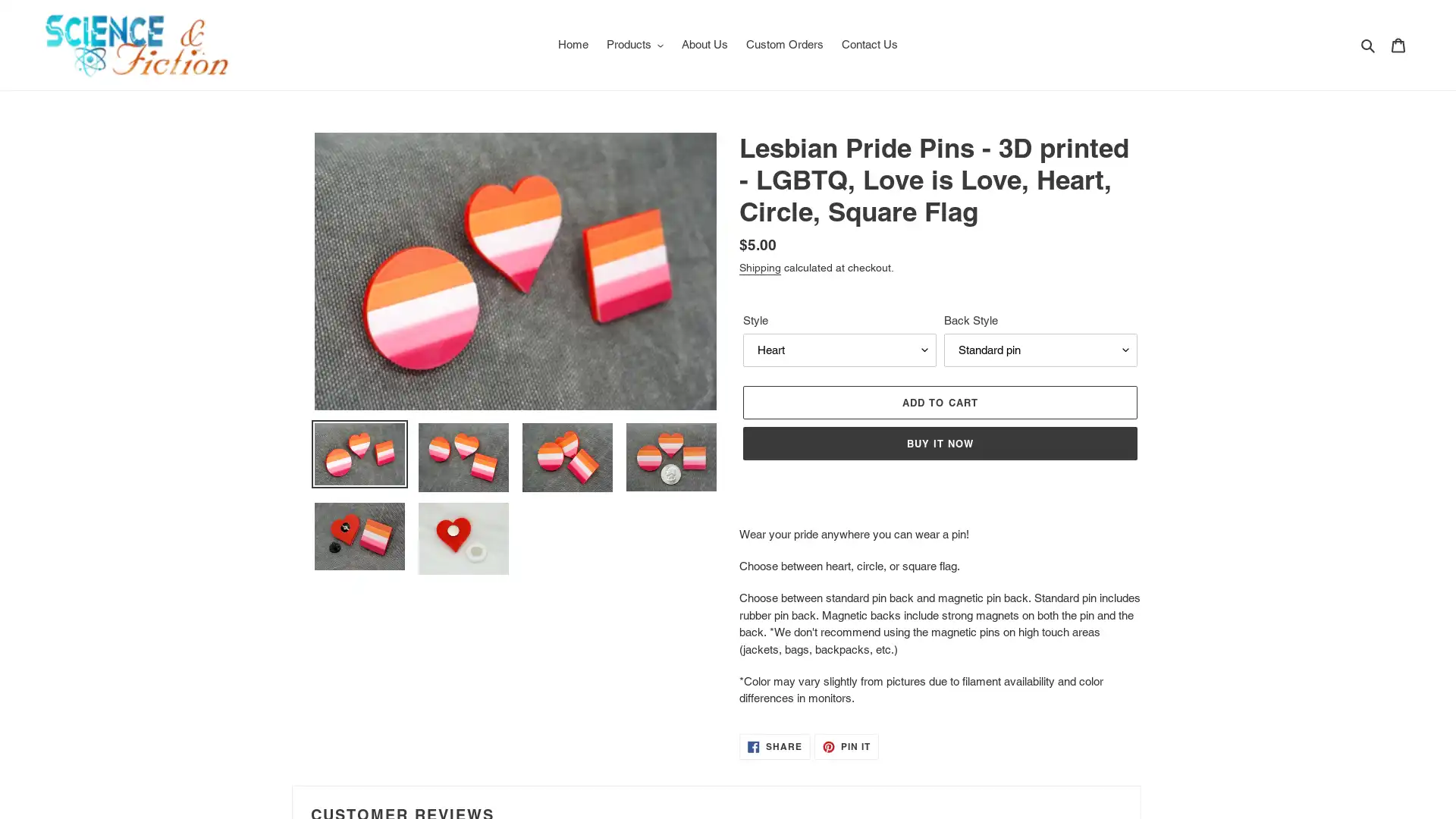 This screenshot has height=819, width=1456. I want to click on Search, so click(1369, 43).